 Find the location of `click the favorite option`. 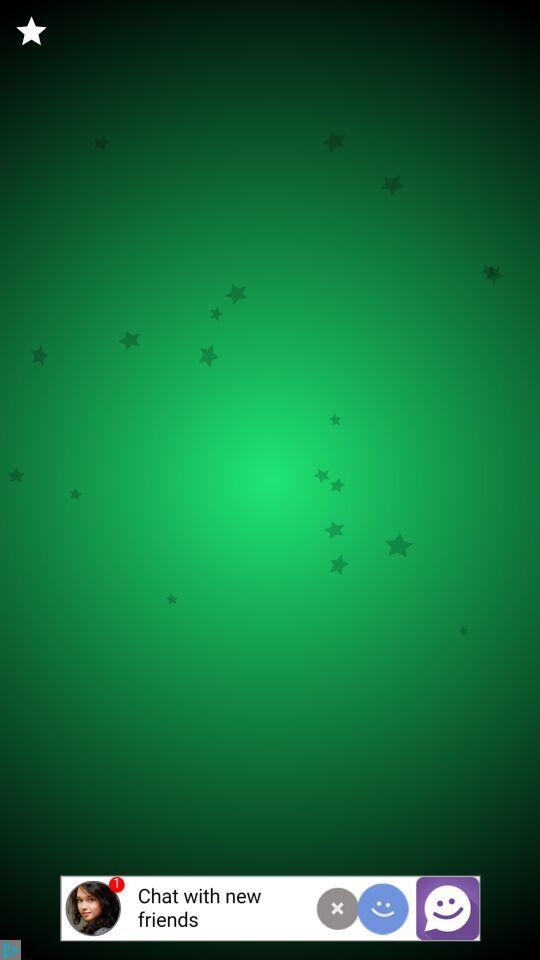

click the favorite option is located at coordinates (30, 30).